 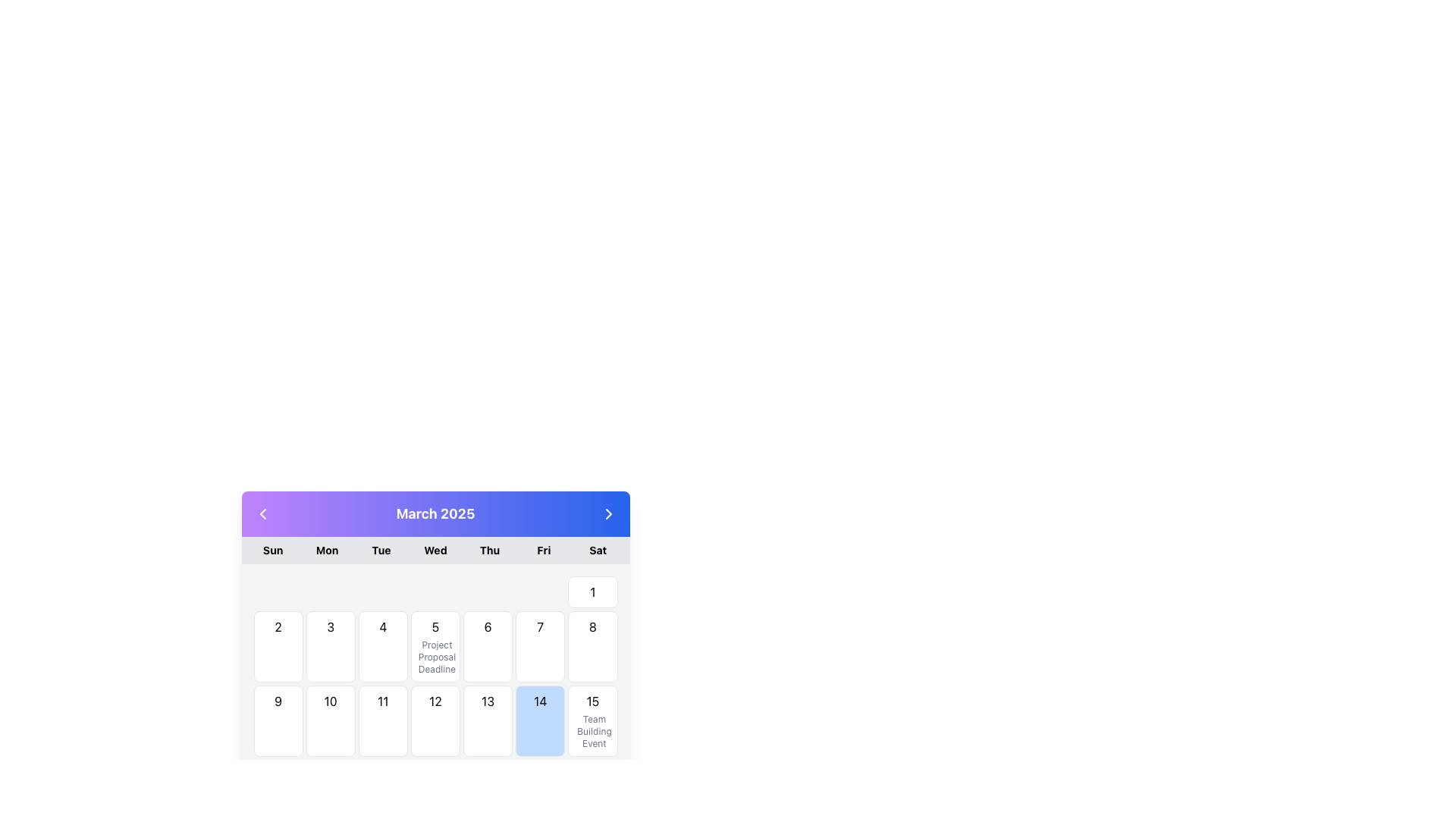 What do you see at coordinates (540, 720) in the screenshot?
I see `the calendar date cell representing the 14th of March 2025, located in the fifth row under the 'Fri' column` at bounding box center [540, 720].